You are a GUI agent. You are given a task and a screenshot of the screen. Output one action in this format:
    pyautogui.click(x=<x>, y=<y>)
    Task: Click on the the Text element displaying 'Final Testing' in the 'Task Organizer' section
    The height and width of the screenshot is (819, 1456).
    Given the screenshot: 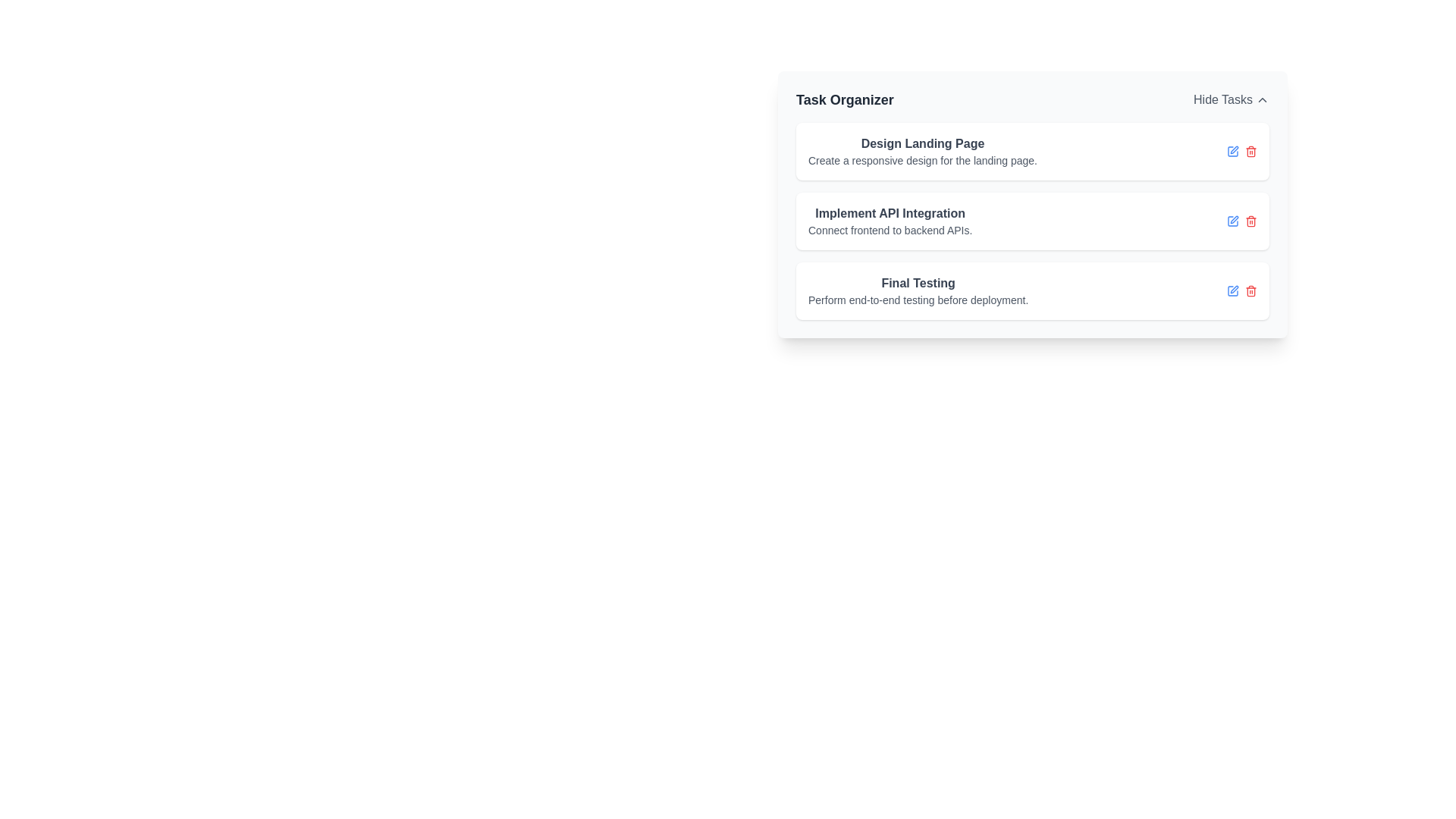 What is the action you would take?
    pyautogui.click(x=918, y=284)
    